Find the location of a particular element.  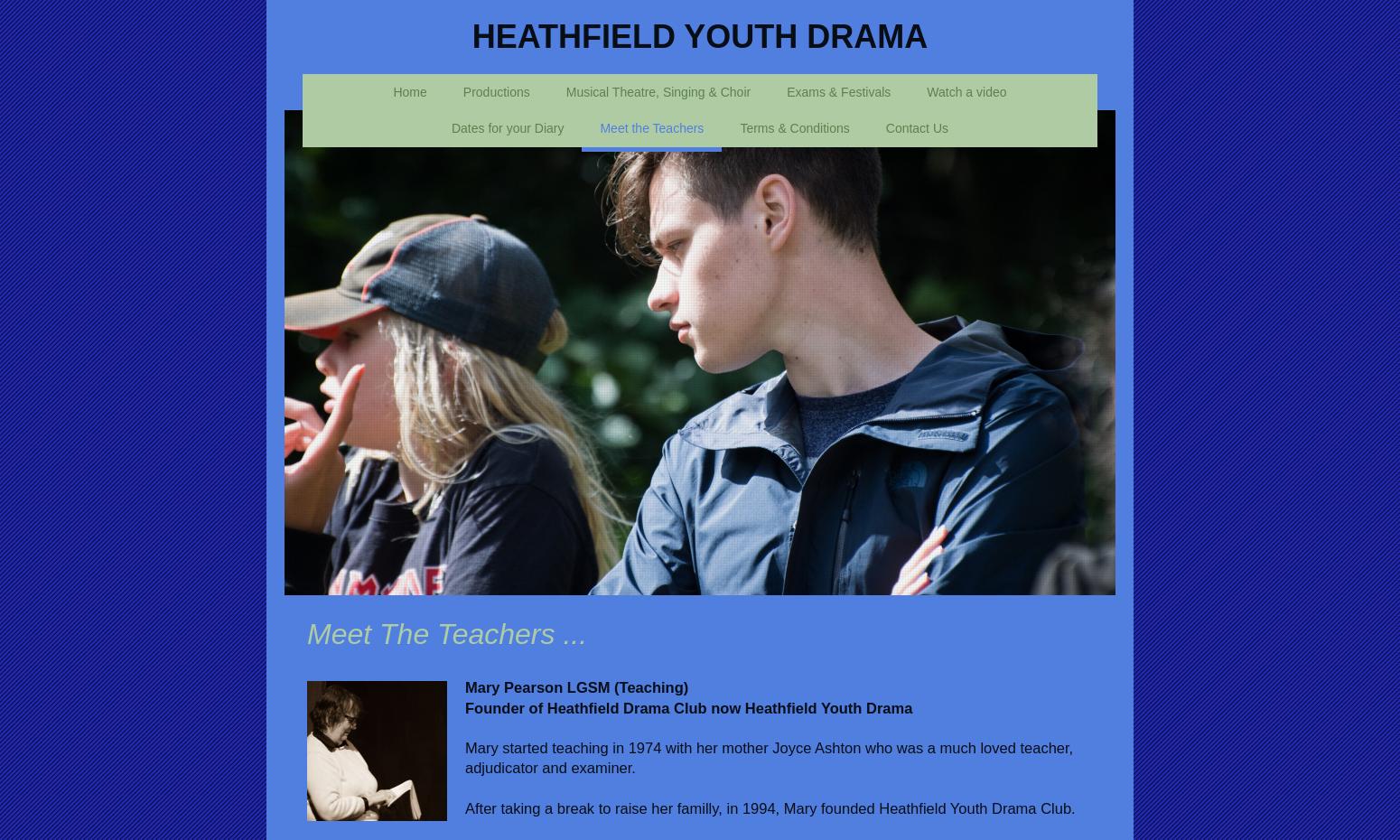

'Exams & Festivals' is located at coordinates (838, 90).